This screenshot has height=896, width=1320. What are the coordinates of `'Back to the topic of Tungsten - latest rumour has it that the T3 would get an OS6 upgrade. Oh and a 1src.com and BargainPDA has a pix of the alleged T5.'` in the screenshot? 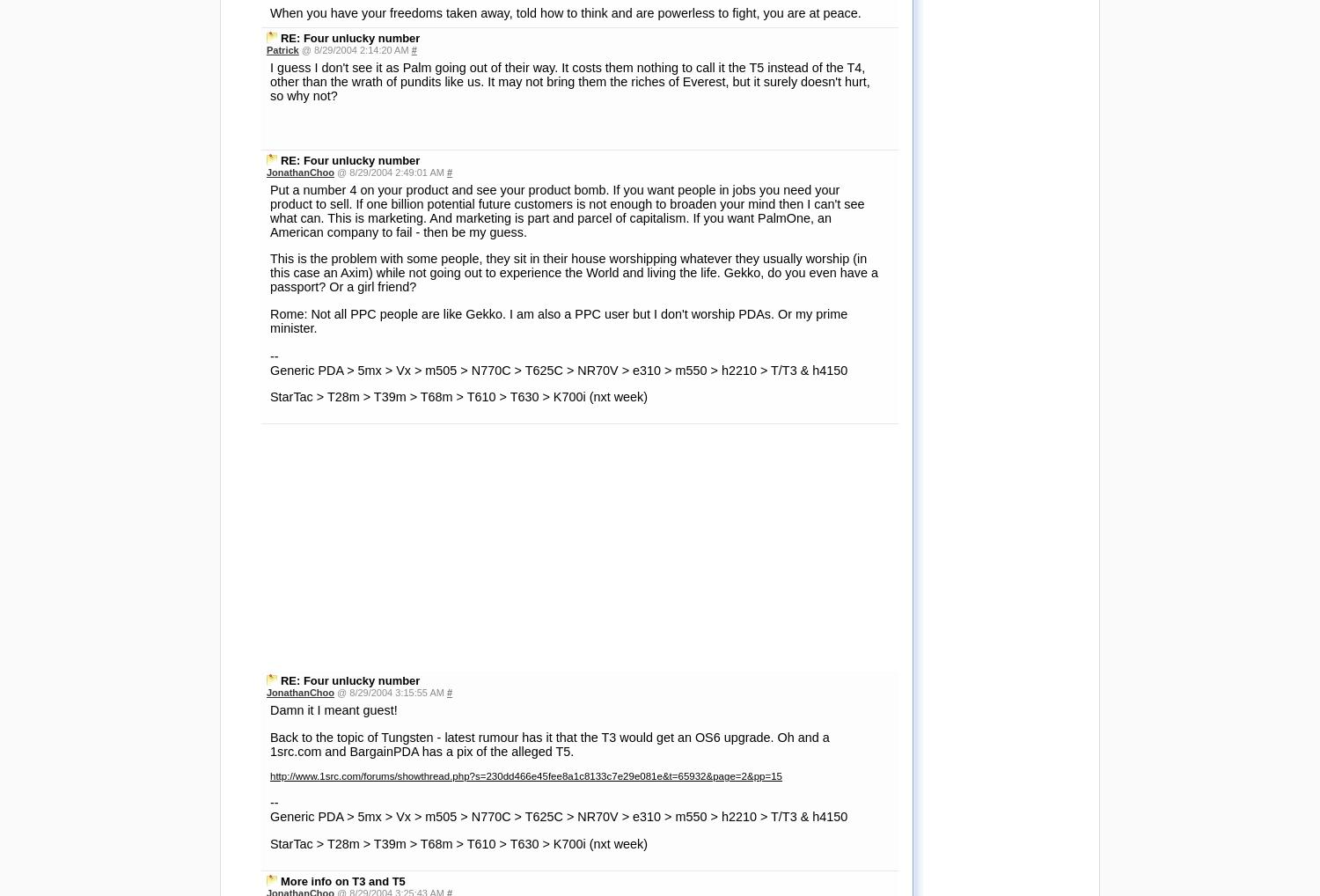 It's located at (548, 251).